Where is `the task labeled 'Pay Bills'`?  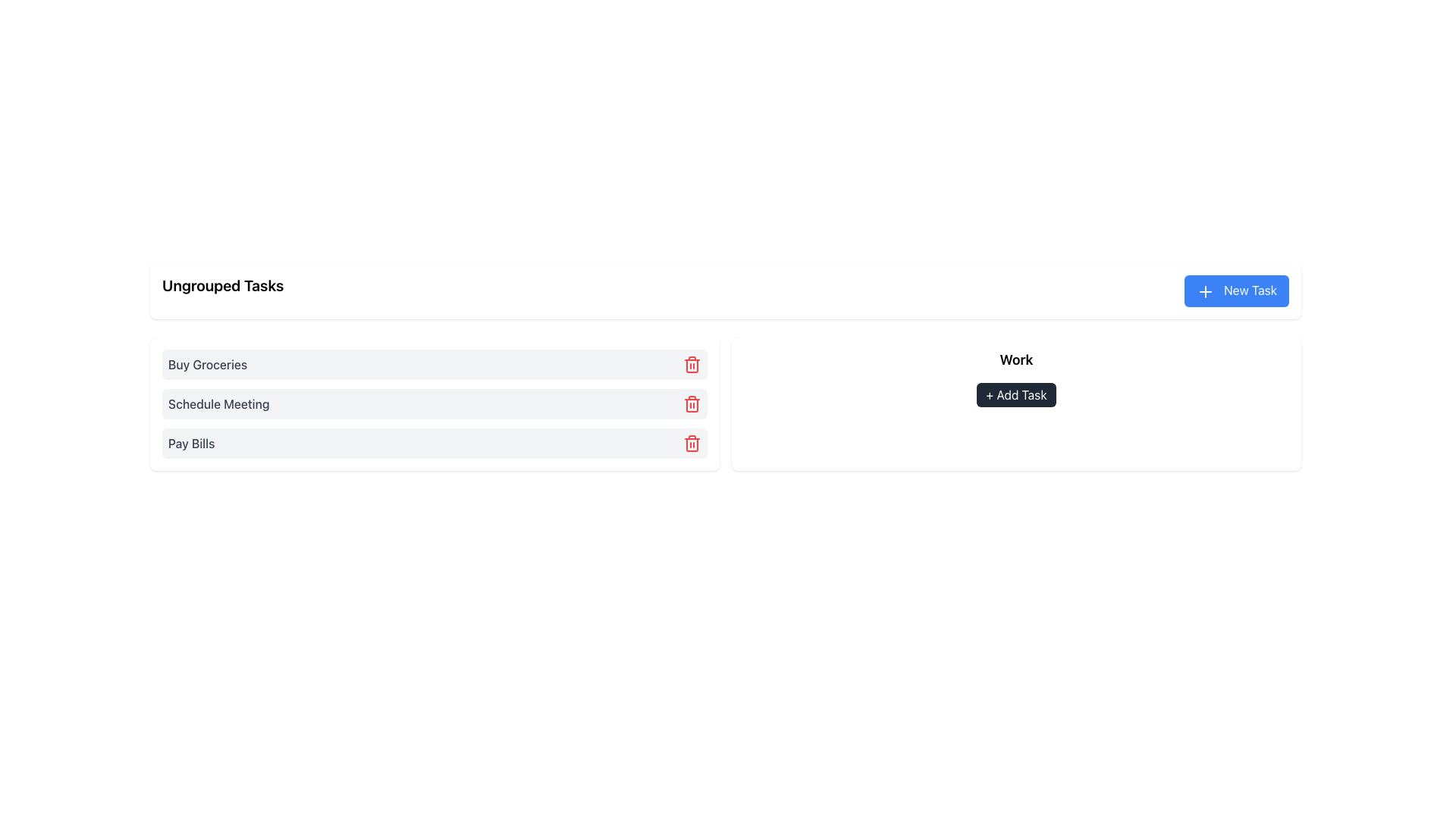 the task labeled 'Pay Bills' is located at coordinates (434, 443).